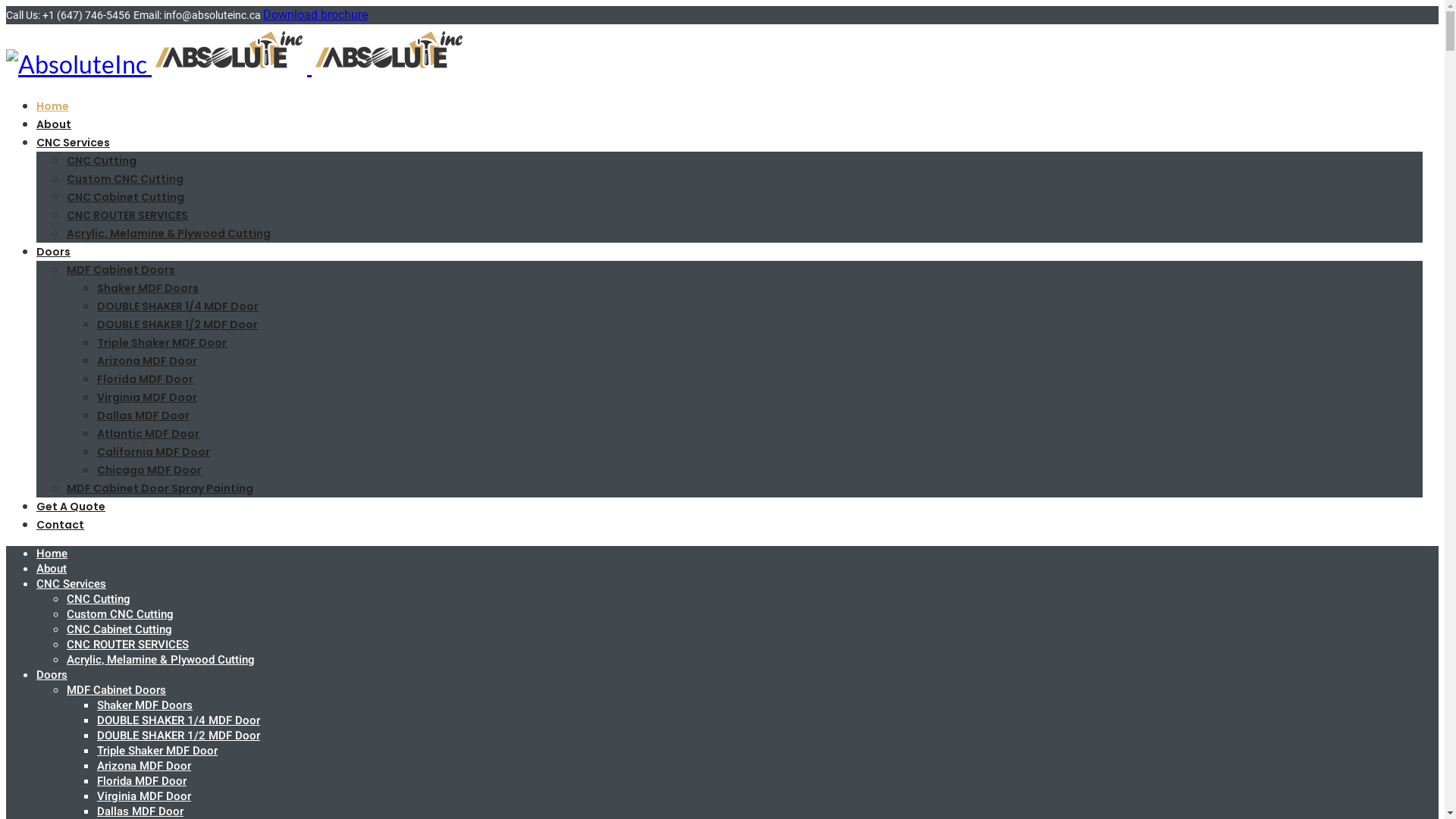 Image resolution: width=1456 pixels, height=819 pixels. I want to click on 'CNC ROUTER SERVICES', so click(127, 215).